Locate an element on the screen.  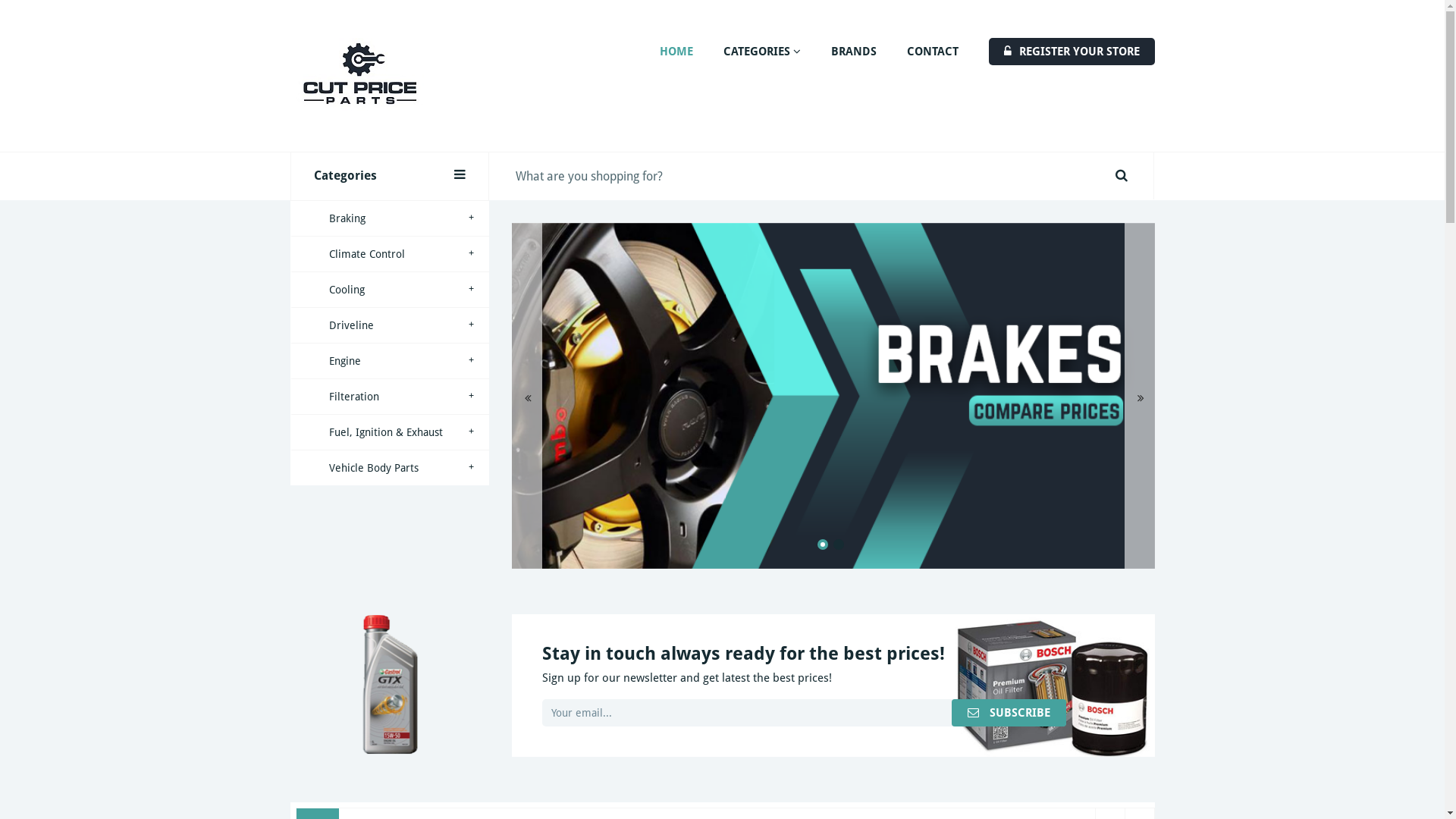
'+ is located at coordinates (389, 325).